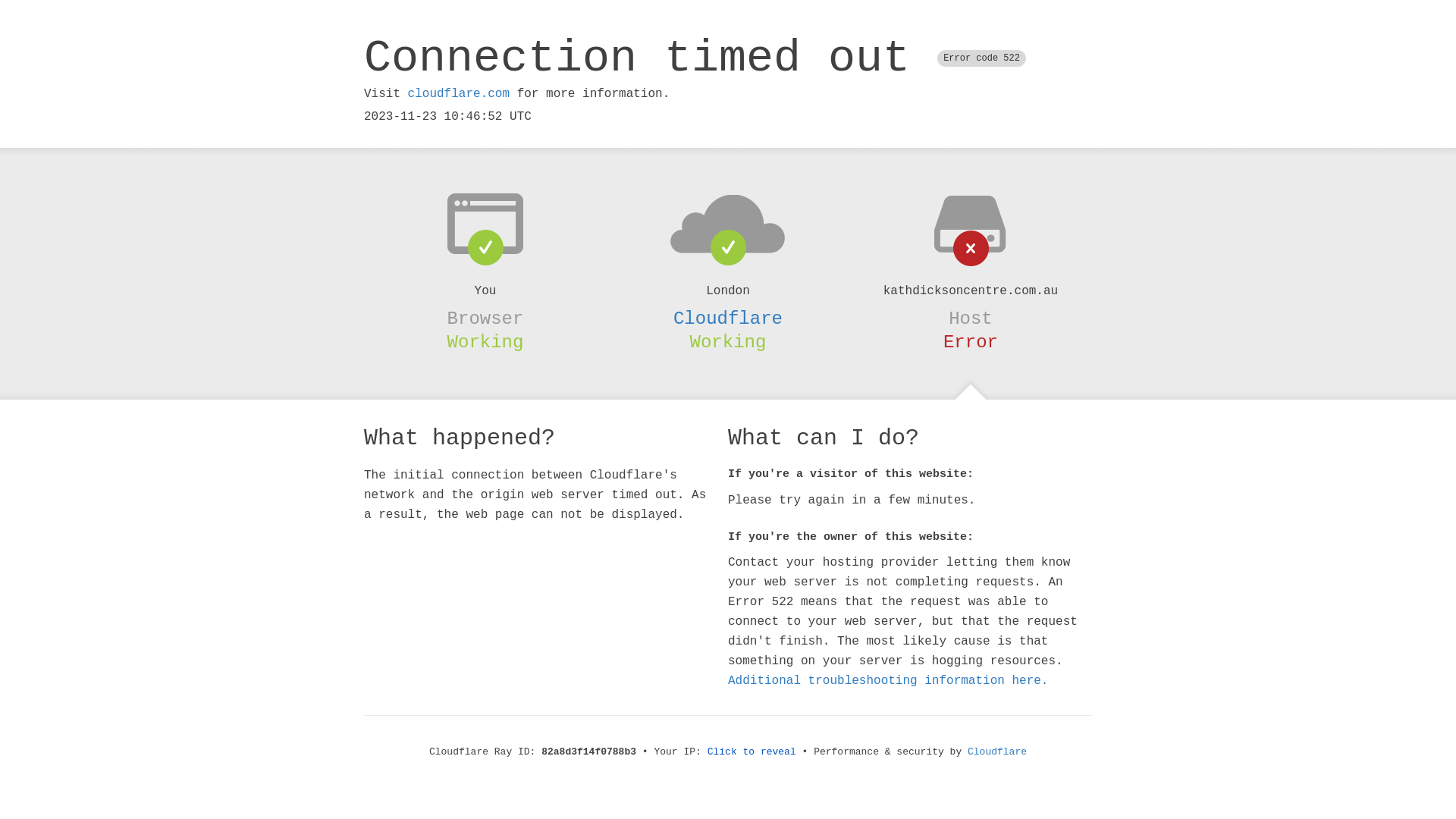  Describe the element at coordinates (706, 752) in the screenshot. I see `'Click to reveal'` at that location.